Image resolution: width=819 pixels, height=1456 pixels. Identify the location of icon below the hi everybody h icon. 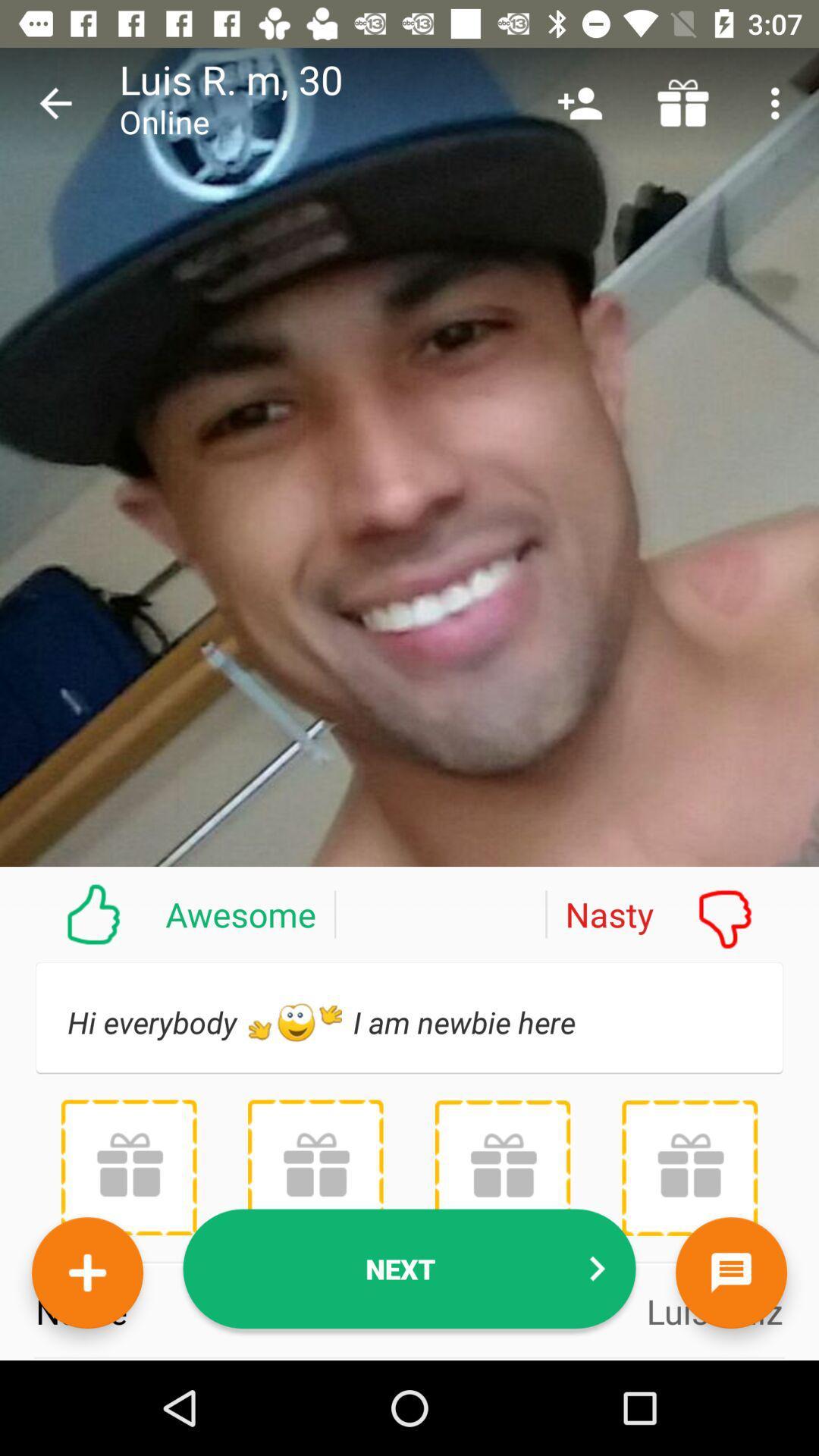
(502, 1167).